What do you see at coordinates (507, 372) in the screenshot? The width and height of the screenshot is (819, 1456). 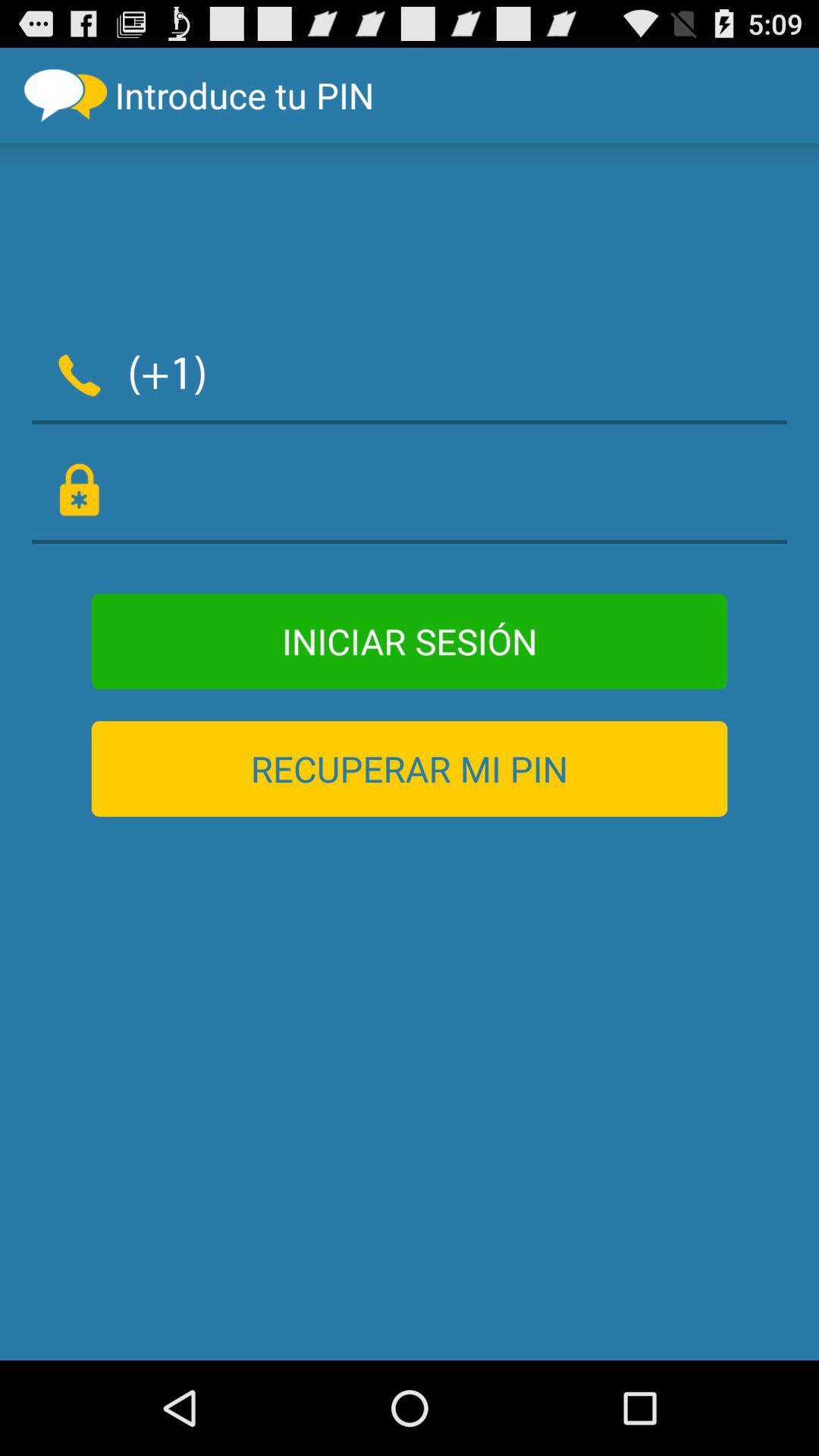 I see `phone number` at bounding box center [507, 372].